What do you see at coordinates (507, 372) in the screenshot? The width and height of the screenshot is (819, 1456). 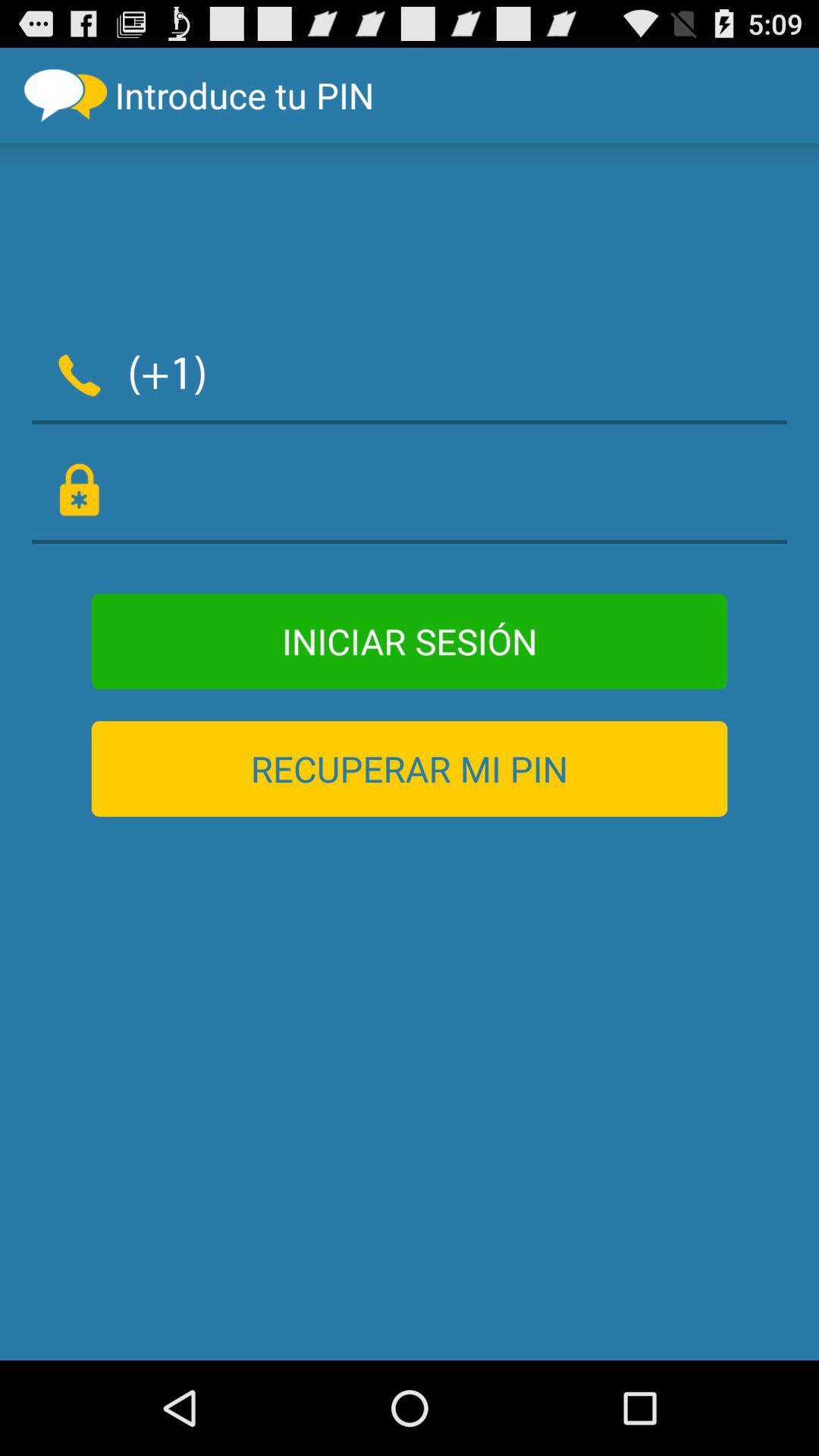 I see `phone number` at bounding box center [507, 372].